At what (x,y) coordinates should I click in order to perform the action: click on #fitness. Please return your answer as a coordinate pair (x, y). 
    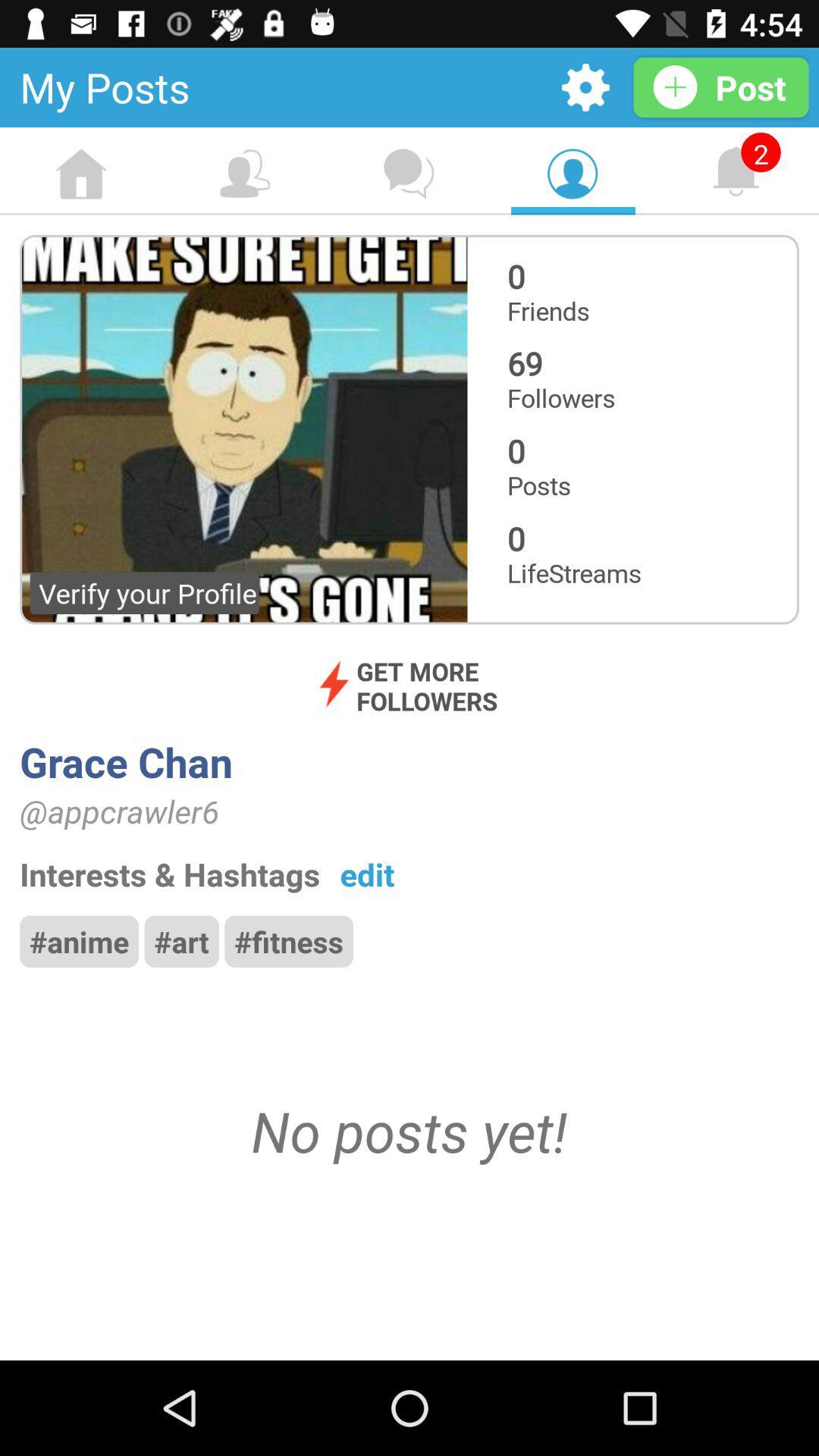
    Looking at the image, I should click on (289, 940).